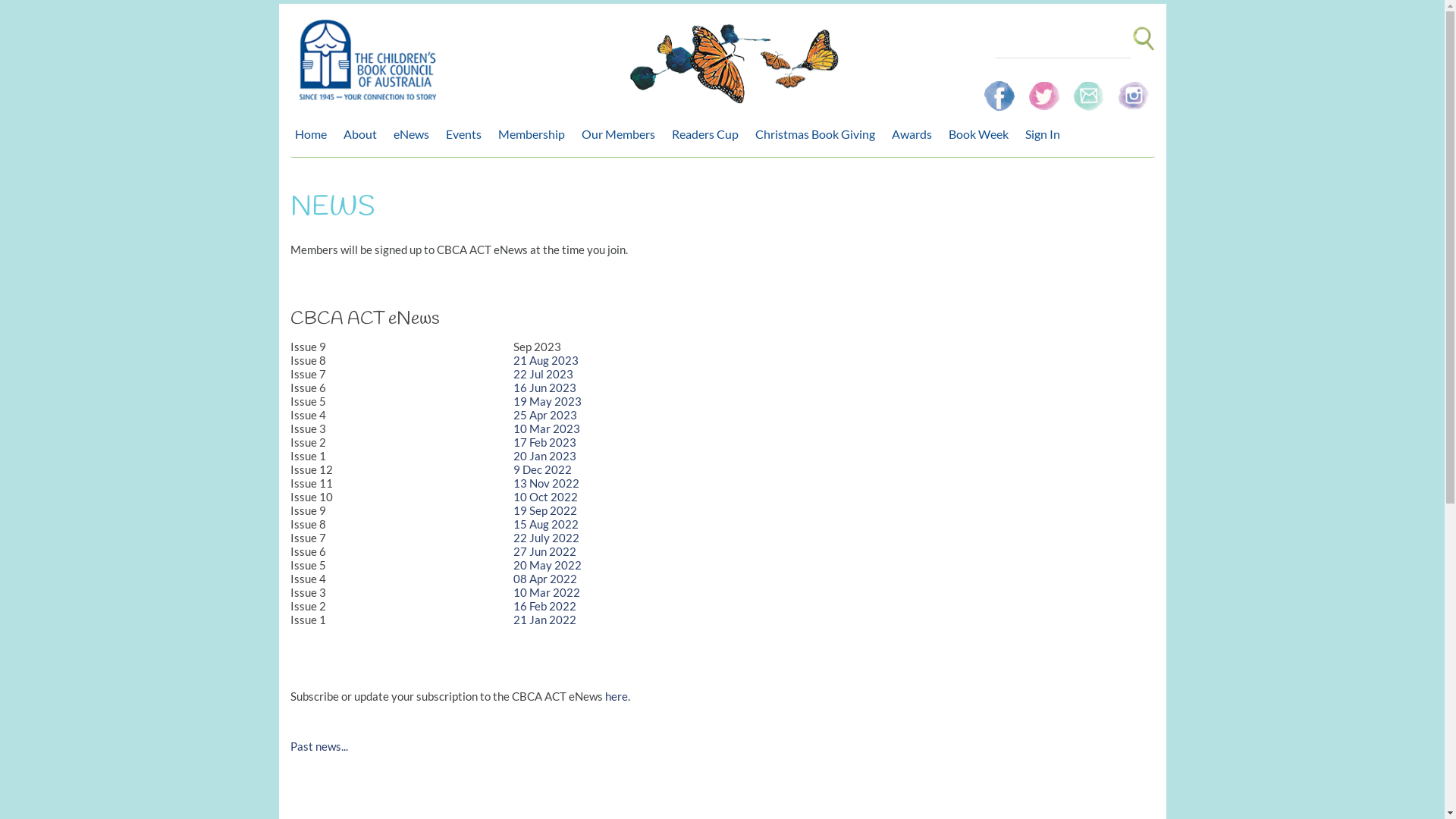 This screenshot has width=1456, height=819. Describe the element at coordinates (543, 374) in the screenshot. I see `'22 Jul 2023'` at that location.